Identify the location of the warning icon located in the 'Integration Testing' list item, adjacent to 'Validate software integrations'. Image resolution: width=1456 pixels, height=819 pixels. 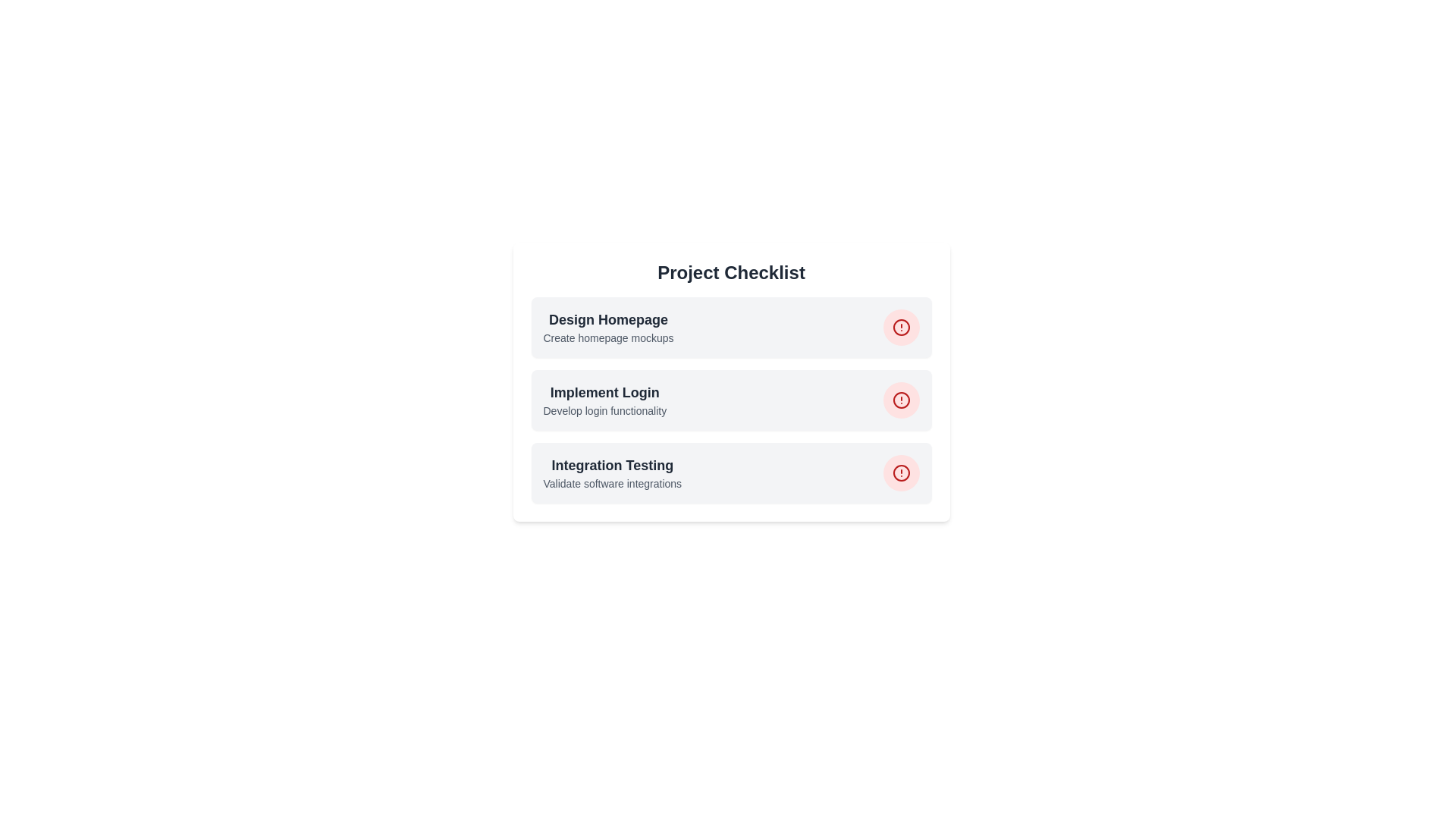
(901, 472).